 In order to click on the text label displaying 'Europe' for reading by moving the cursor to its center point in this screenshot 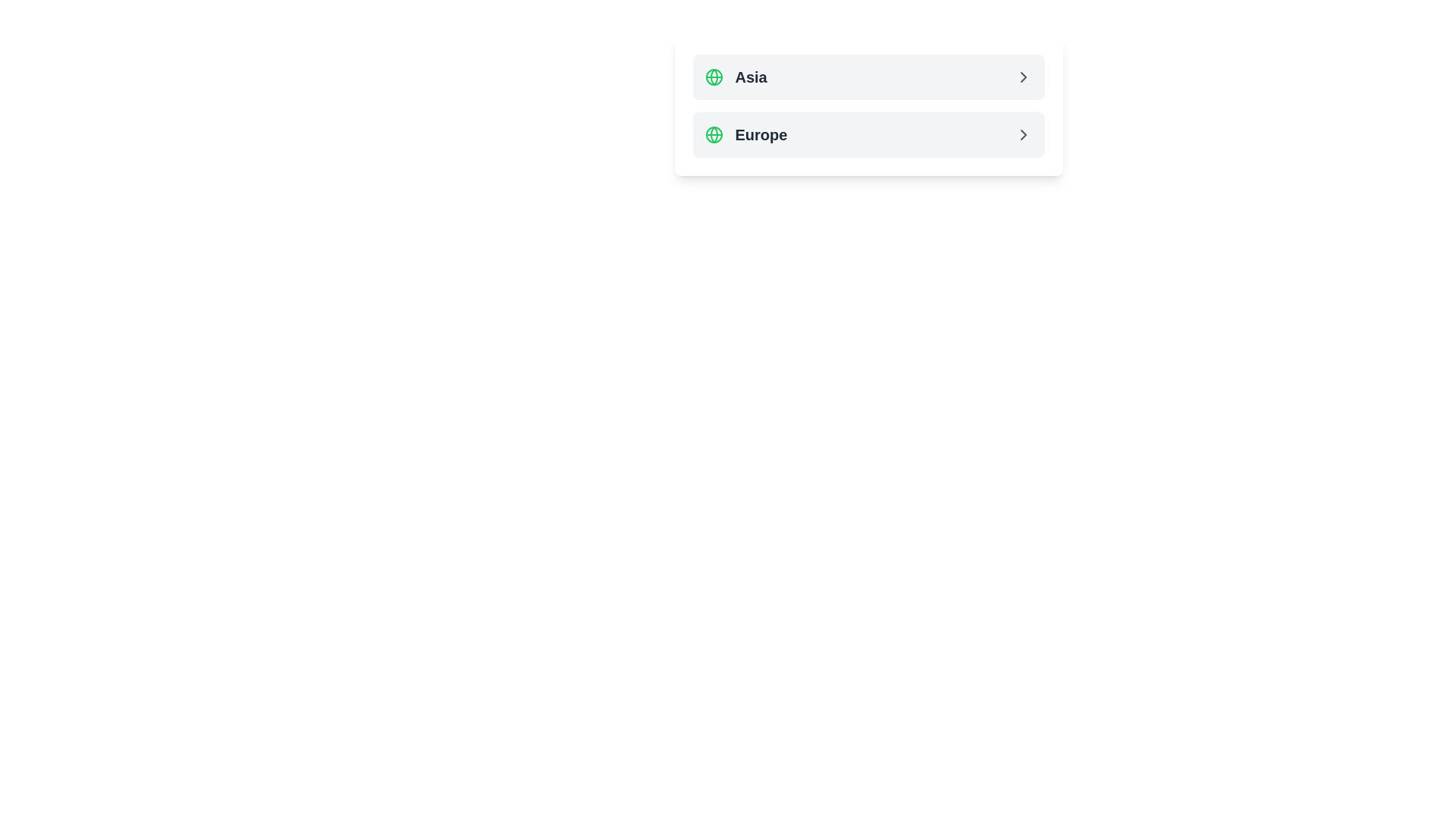, I will do `click(761, 133)`.